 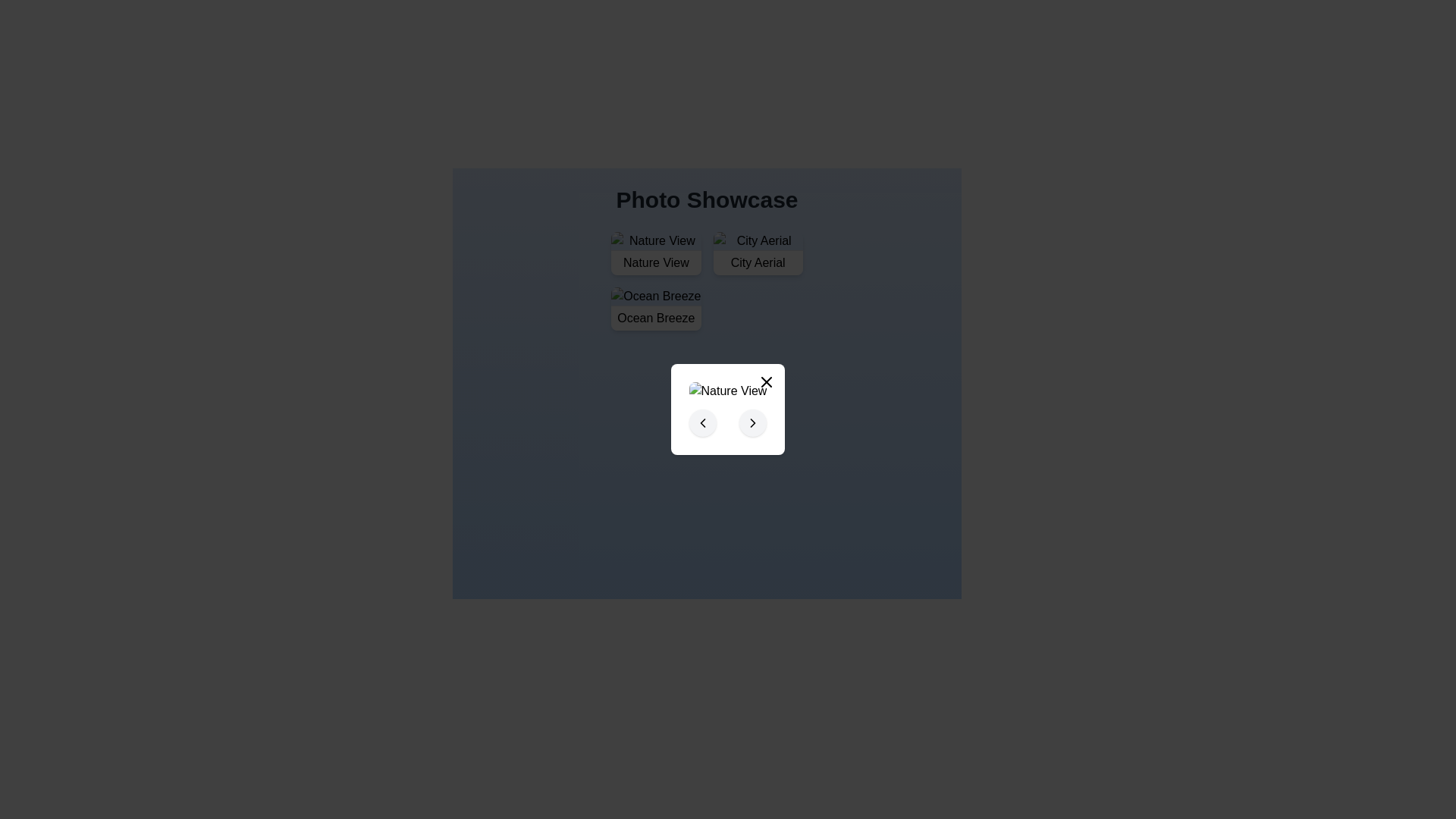 I want to click on the 'Nature View' image, which is located at the top of a card in the top-left segment of a grid layout, so click(x=656, y=240).